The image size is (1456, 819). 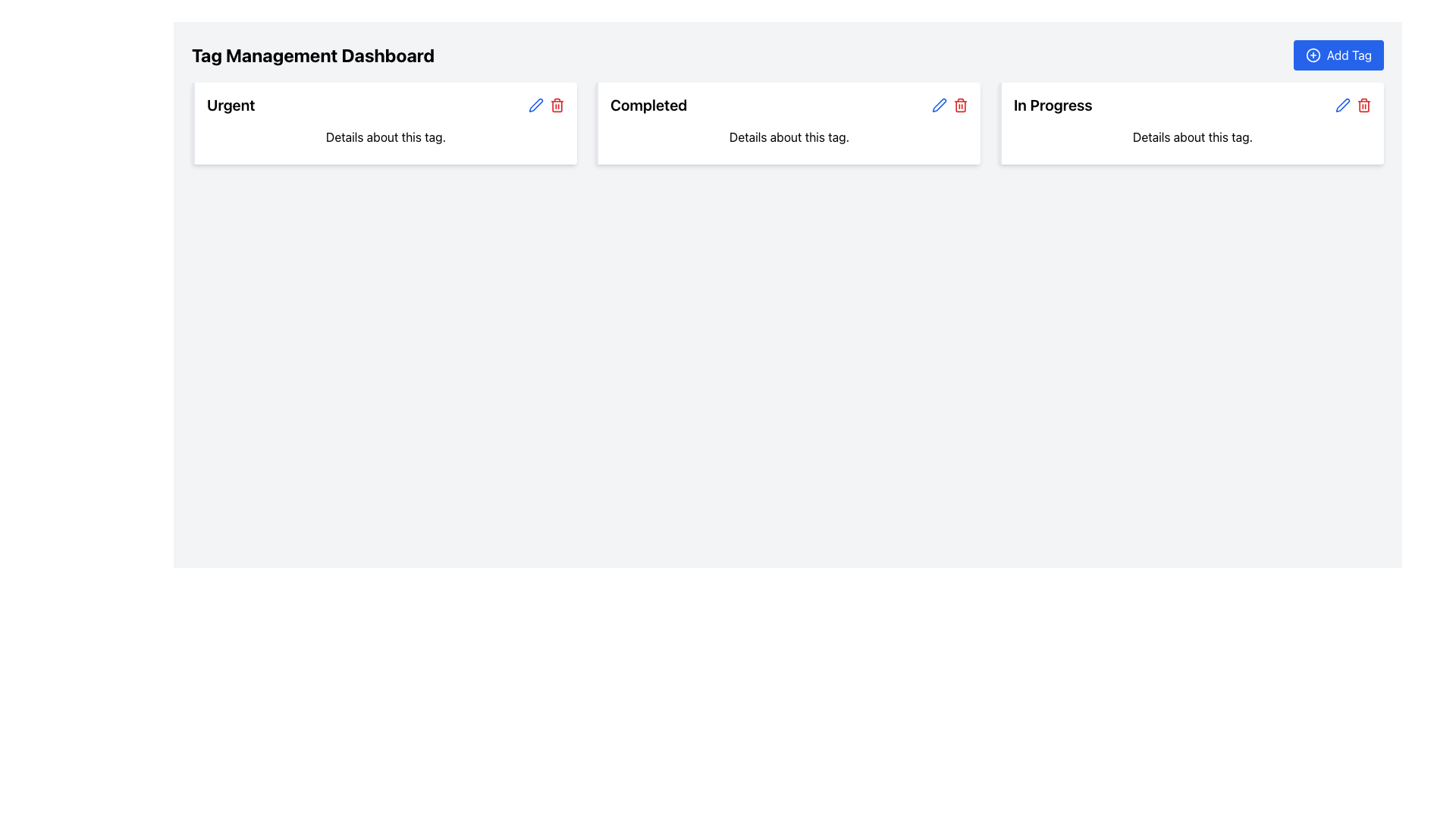 What do you see at coordinates (1312, 55) in the screenshot?
I see `the Circle element of the 'Add Tag' button, which is located in the top-right corner and features a plus sign` at bounding box center [1312, 55].